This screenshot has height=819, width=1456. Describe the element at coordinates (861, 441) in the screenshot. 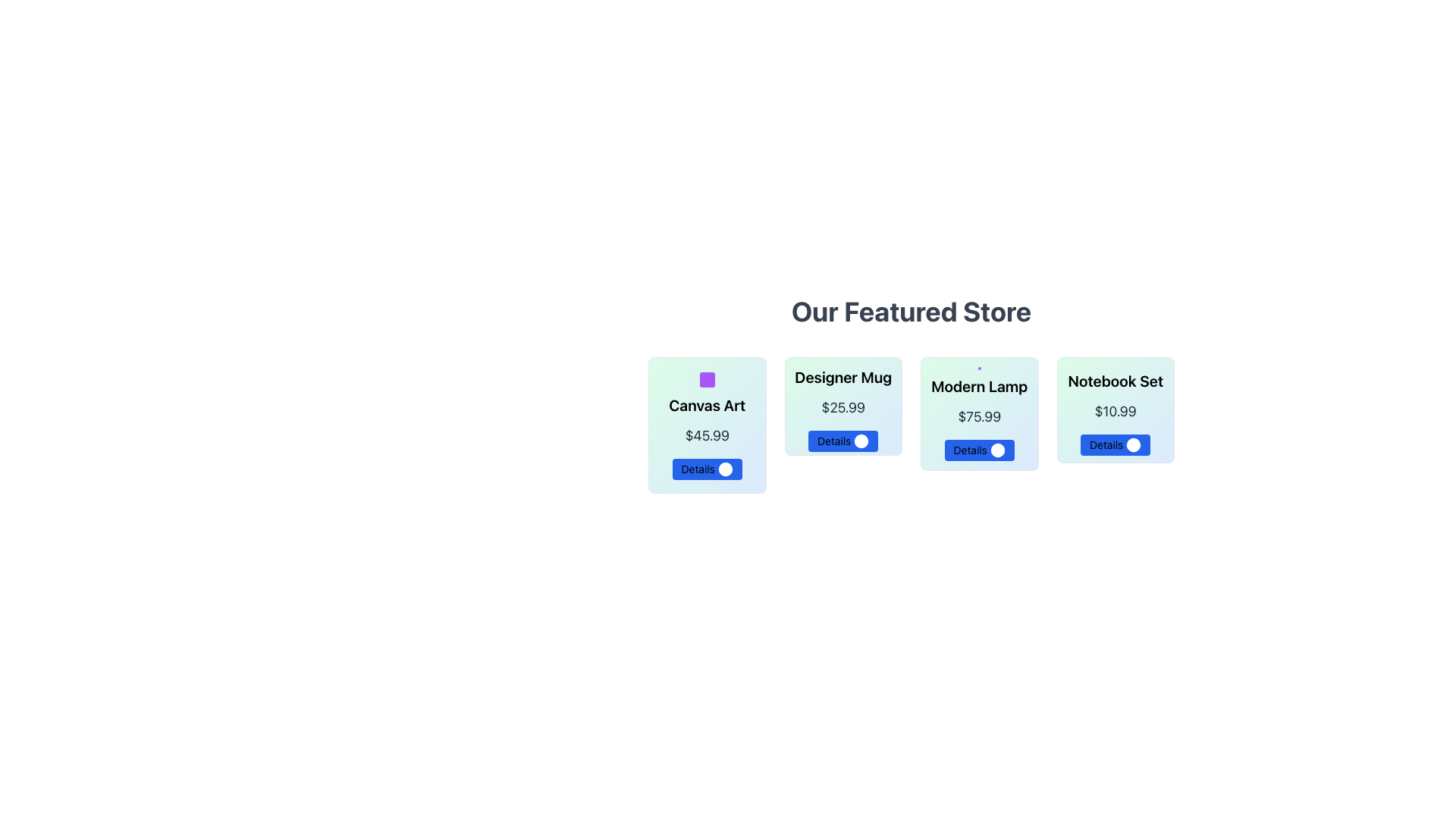

I see `the circular icon graphic within the 'Details' button for the 'Designer Mug' product card in the 'Our Featured Store' section` at that location.